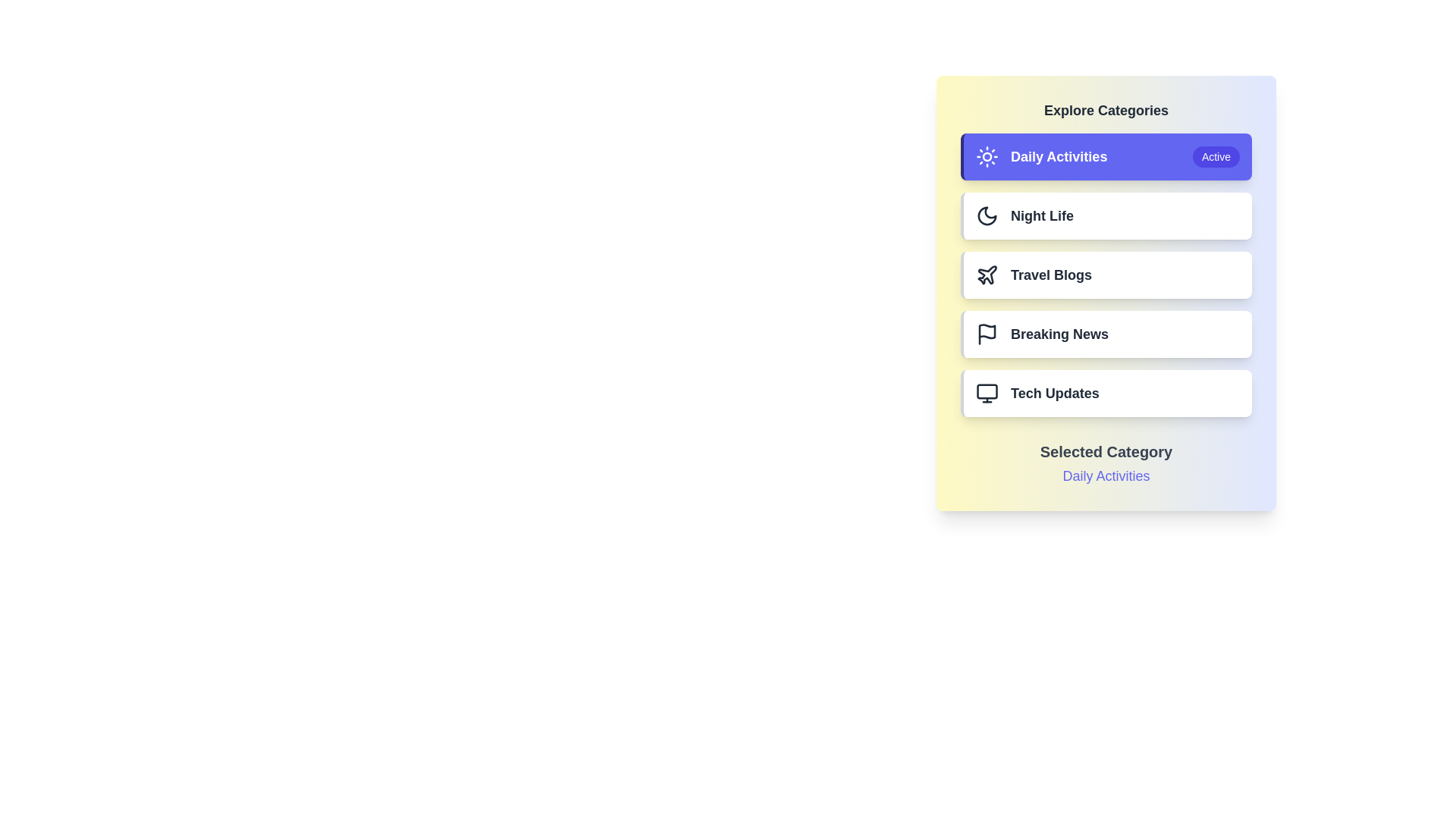 The width and height of the screenshot is (1456, 819). Describe the element at coordinates (1106, 157) in the screenshot. I see `the category button corresponding to Daily Activities` at that location.